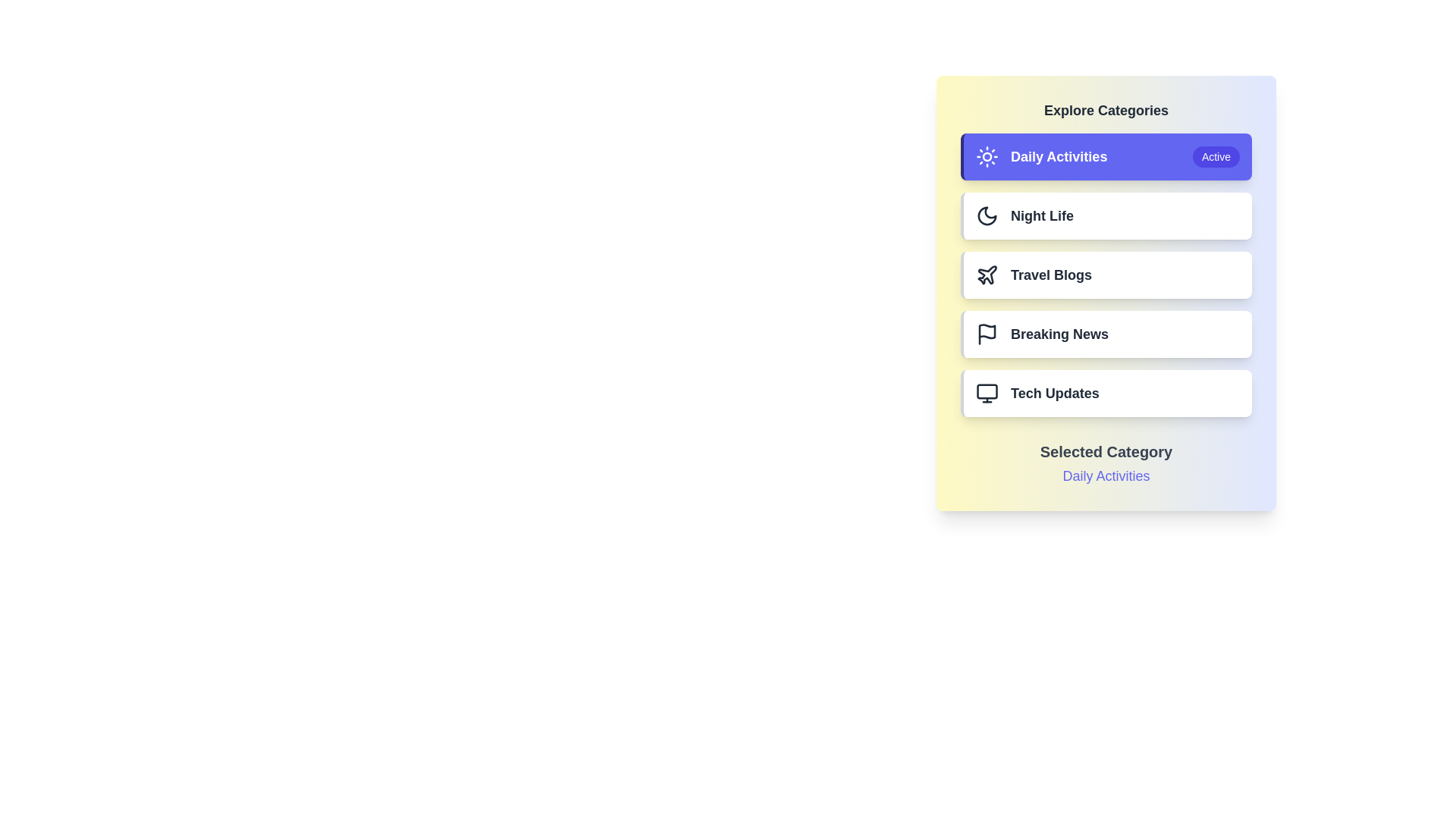 The width and height of the screenshot is (1456, 819). Describe the element at coordinates (1106, 157) in the screenshot. I see `the category button corresponding to Daily Activities` at that location.